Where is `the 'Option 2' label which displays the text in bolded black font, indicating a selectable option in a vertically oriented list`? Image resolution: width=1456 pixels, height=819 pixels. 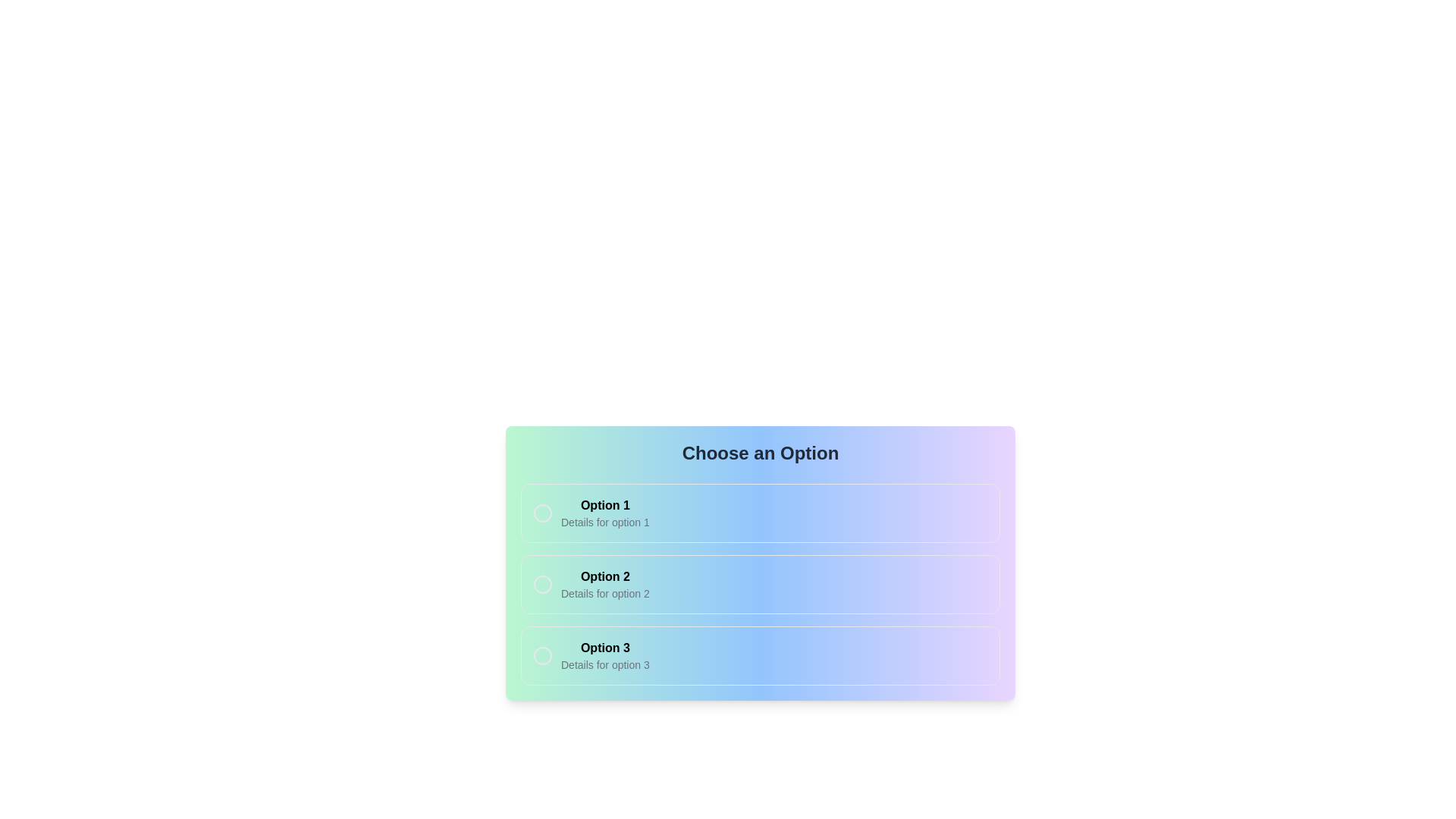
the 'Option 2' label which displays the text in bolded black font, indicating a selectable option in a vertically oriented list is located at coordinates (604, 576).